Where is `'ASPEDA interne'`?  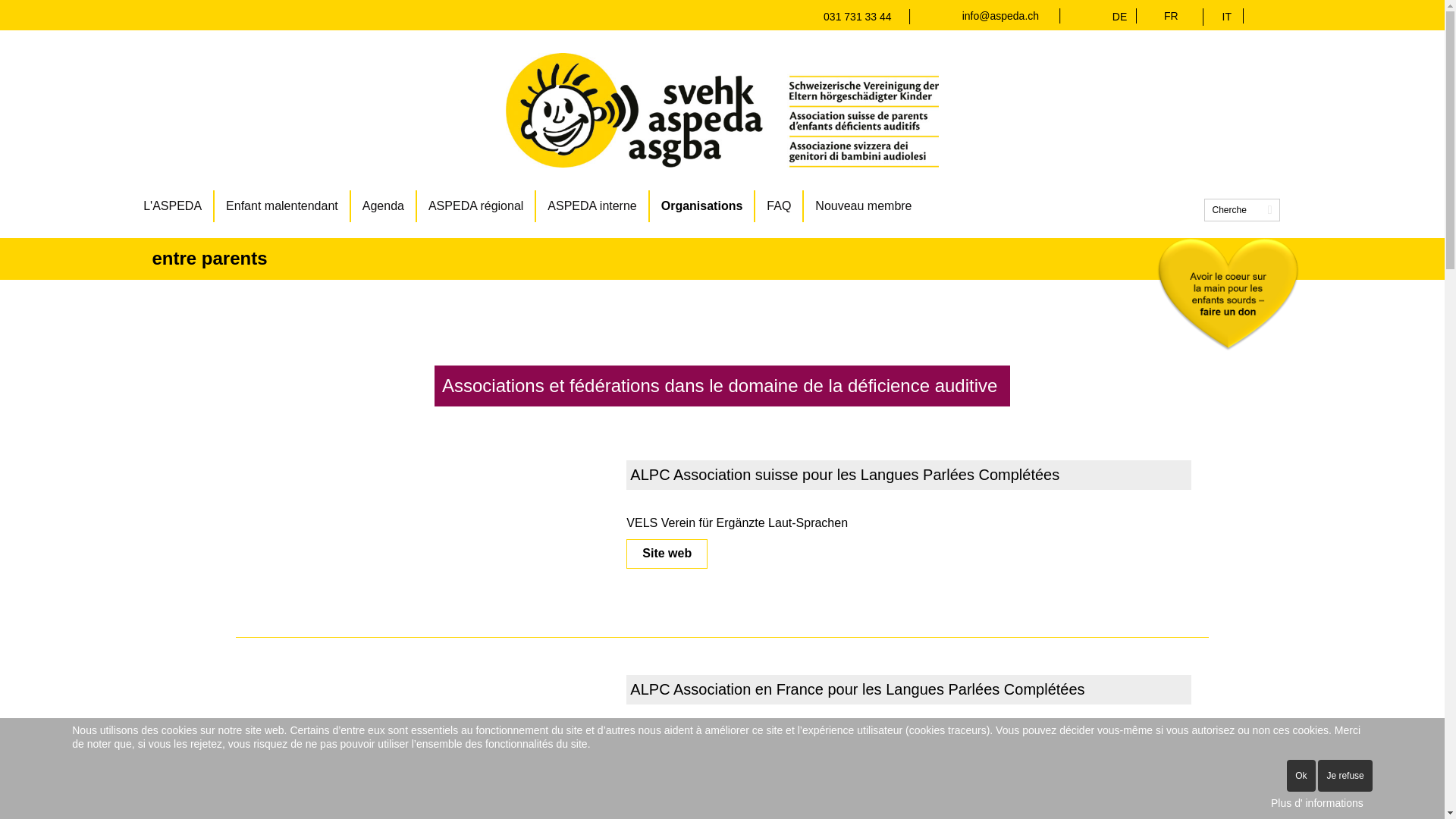 'ASPEDA interne' is located at coordinates (591, 206).